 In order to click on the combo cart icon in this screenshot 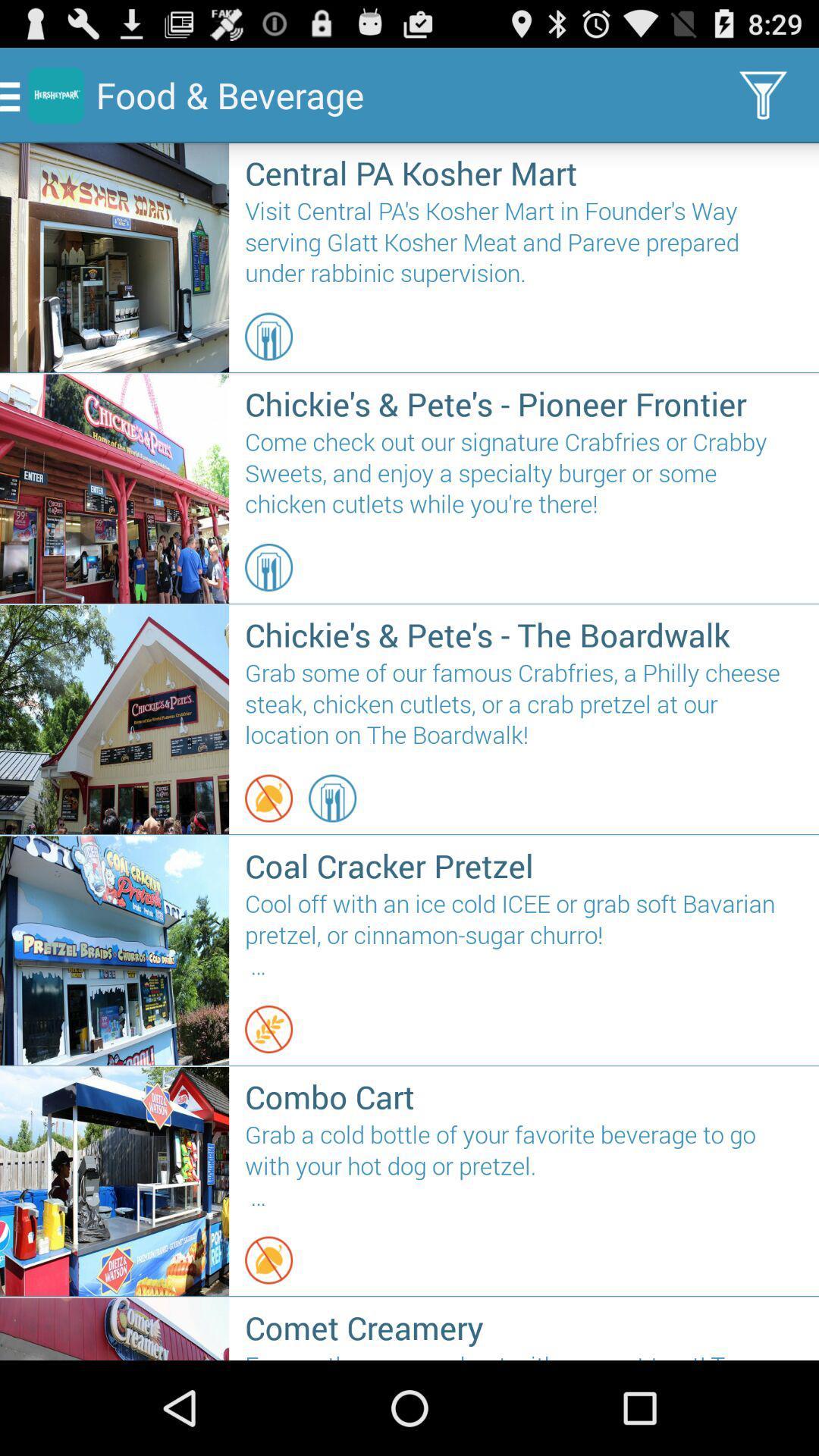, I will do `click(523, 1096)`.